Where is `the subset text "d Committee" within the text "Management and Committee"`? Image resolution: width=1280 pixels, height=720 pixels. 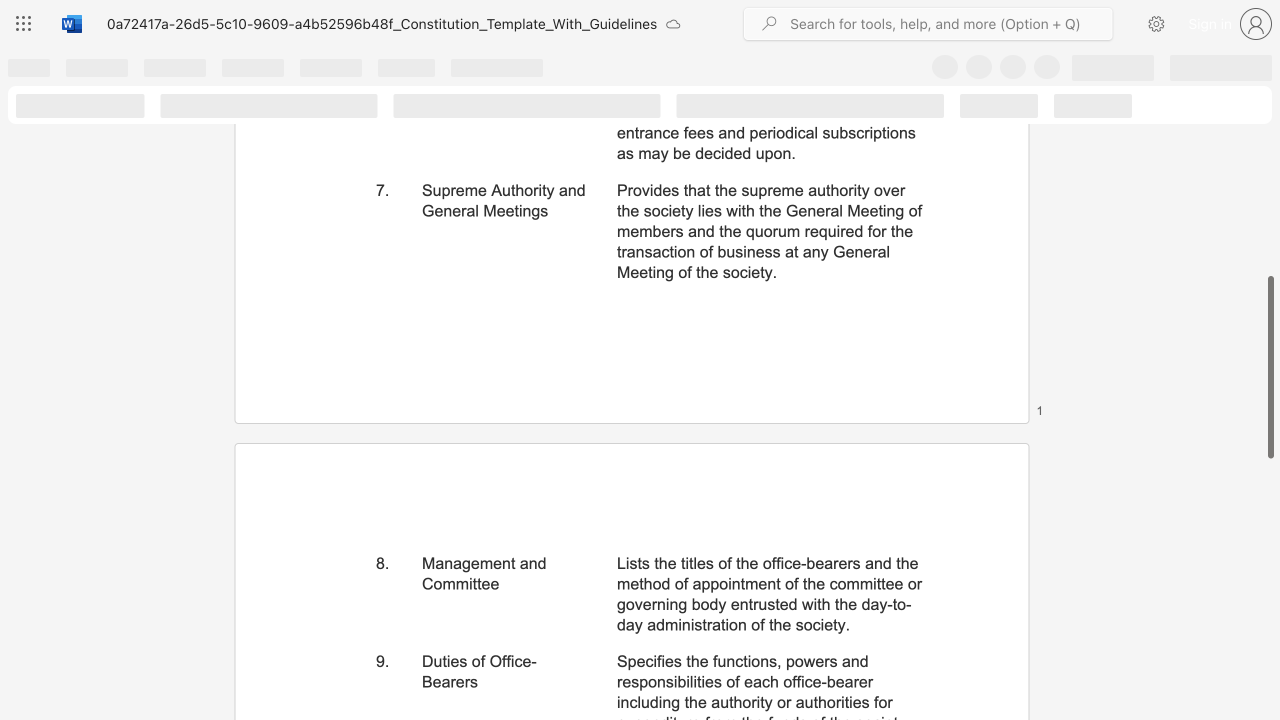 the subset text "d Committee" within the text "Management and Committee" is located at coordinates (537, 563).